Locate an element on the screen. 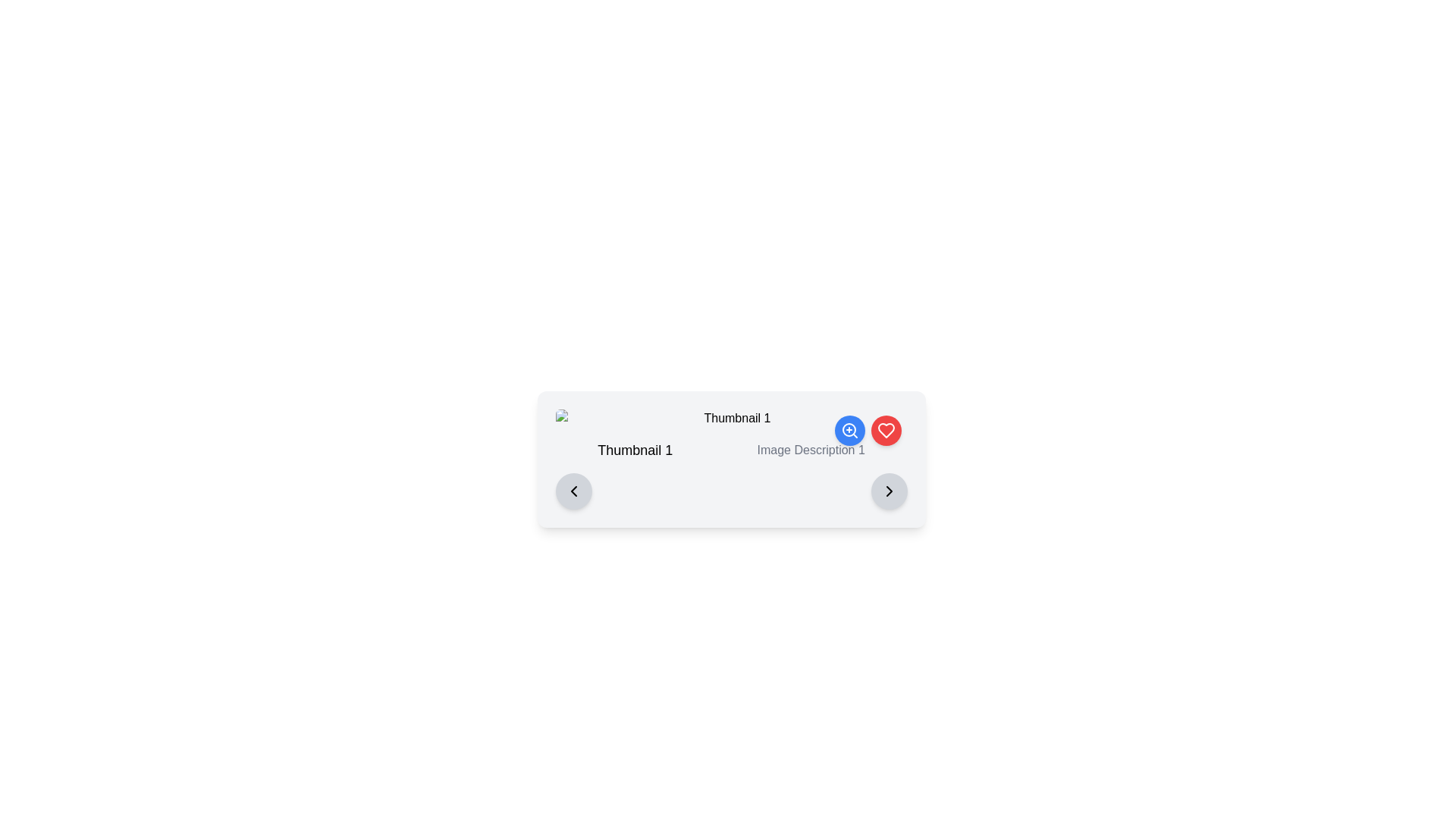  the indicator or button that serves as a focal point, located adjacent to a button with a heart icon is located at coordinates (848, 430).